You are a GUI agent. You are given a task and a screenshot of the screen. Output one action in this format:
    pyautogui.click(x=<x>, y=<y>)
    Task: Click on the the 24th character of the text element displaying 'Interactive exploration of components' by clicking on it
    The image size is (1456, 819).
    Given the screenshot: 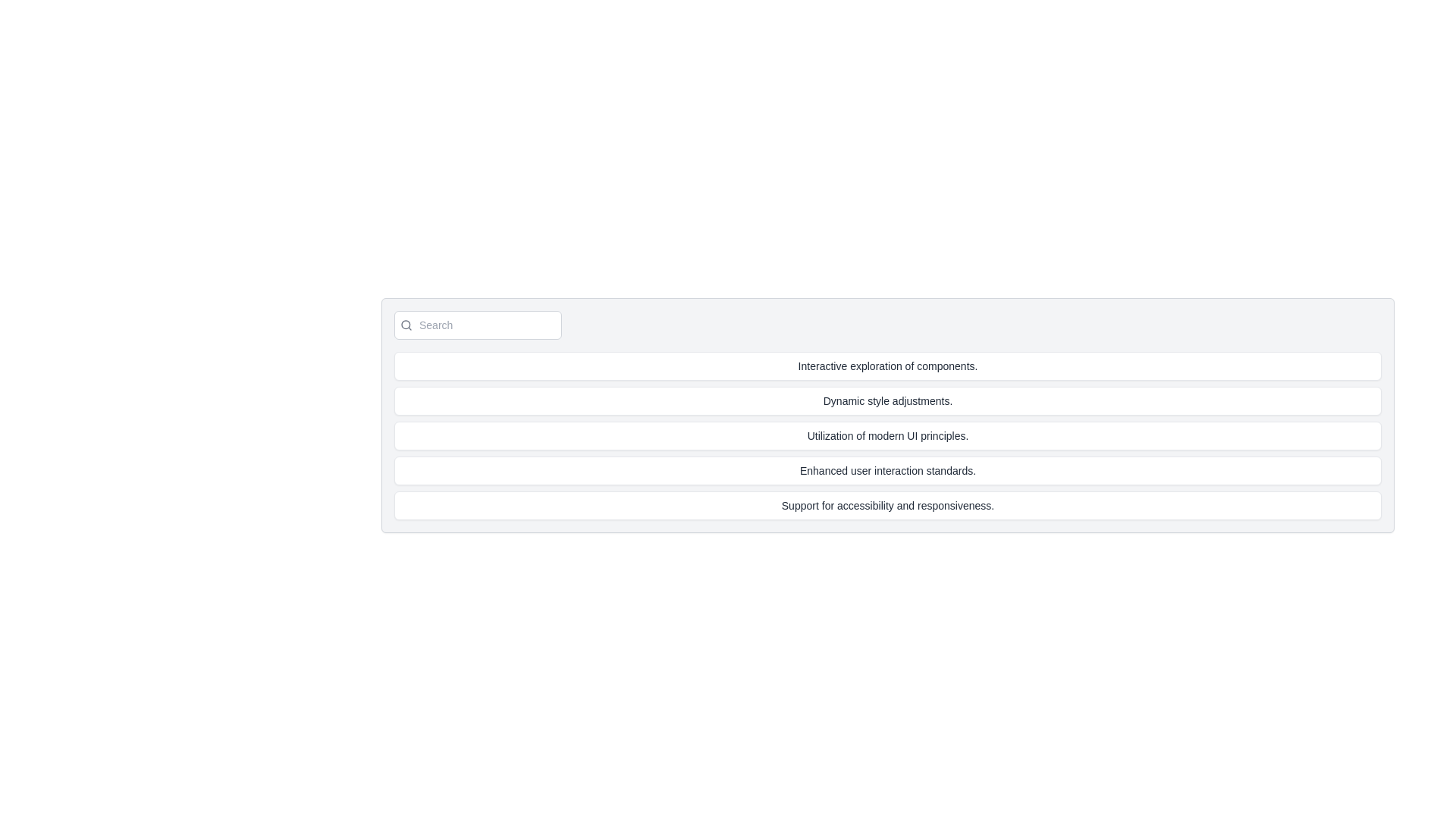 What is the action you would take?
    pyautogui.click(x=912, y=366)
    